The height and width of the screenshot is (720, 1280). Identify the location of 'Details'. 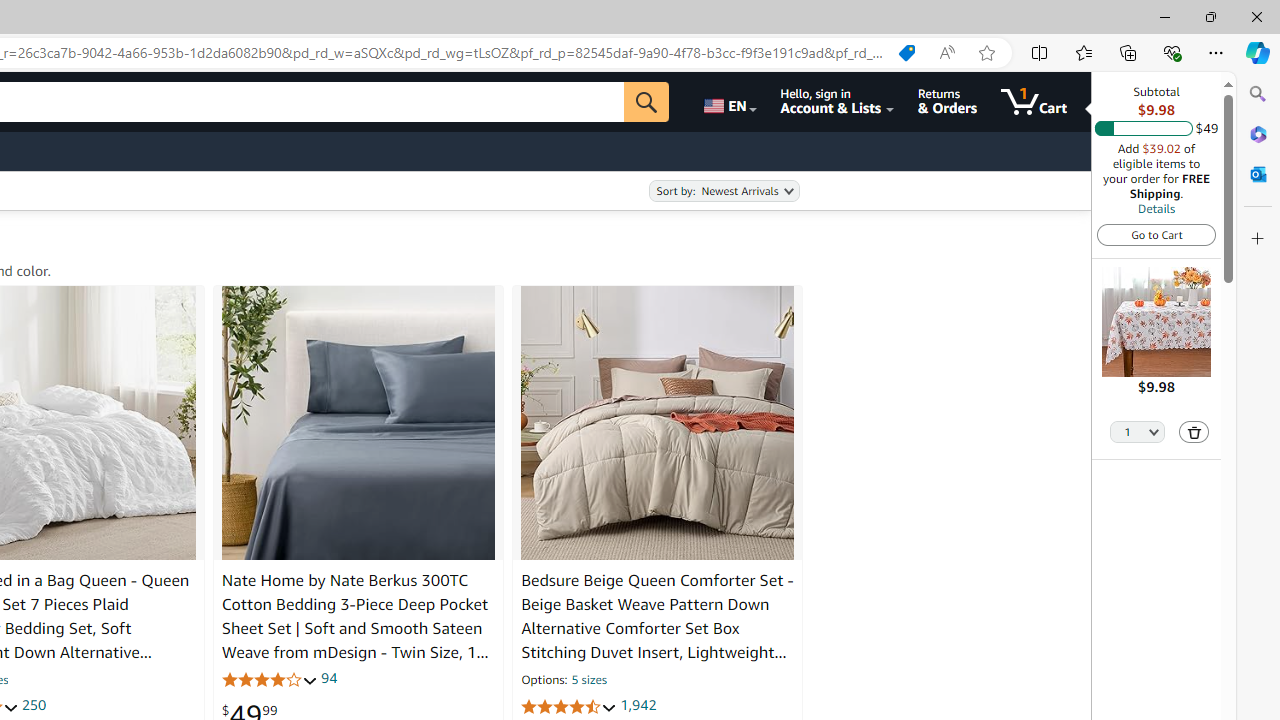
(1156, 208).